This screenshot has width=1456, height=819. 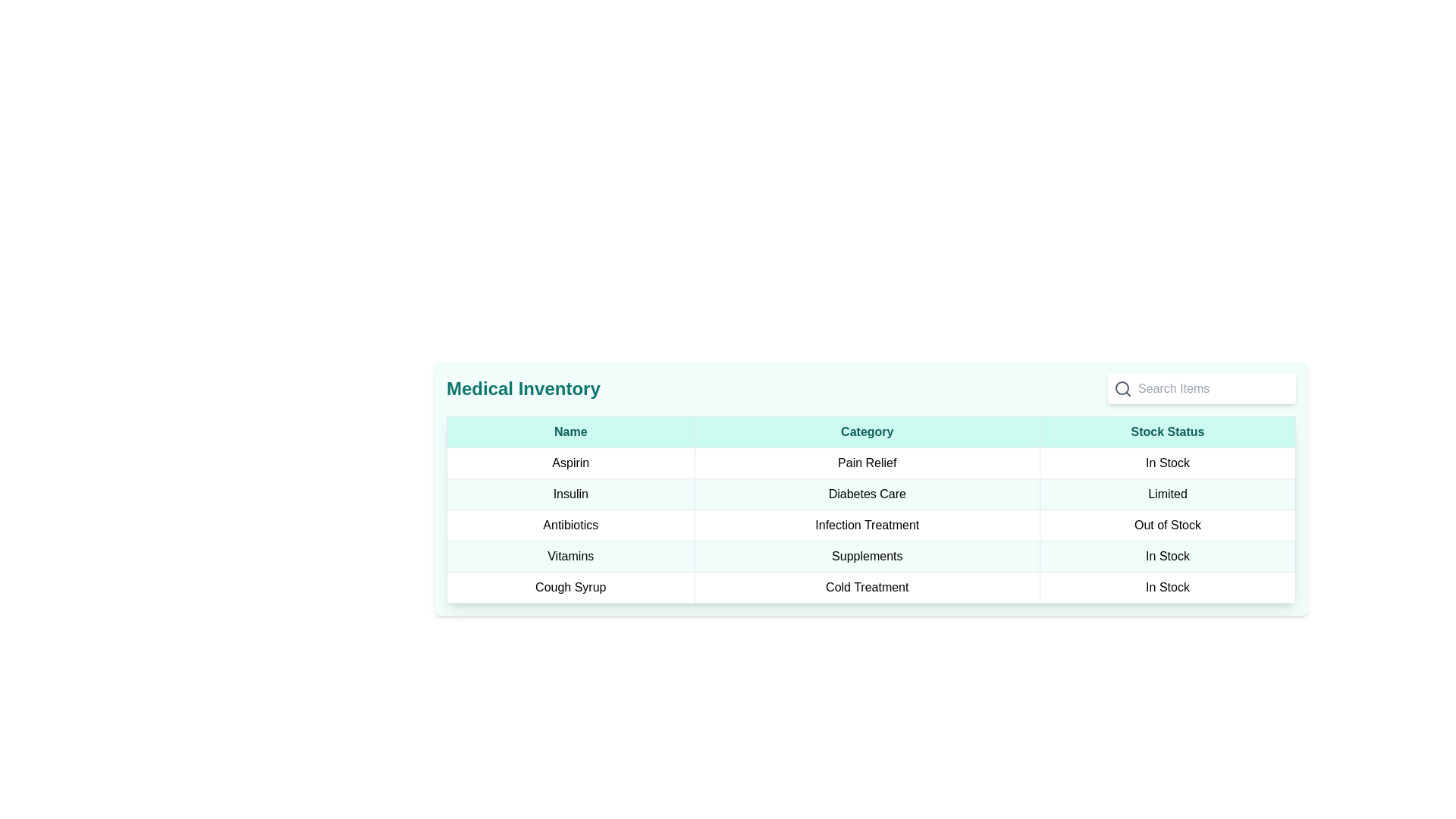 What do you see at coordinates (570, 432) in the screenshot?
I see `the Table Header Cell that contains the text 'Name', which has a light green background and dark green centered text` at bounding box center [570, 432].